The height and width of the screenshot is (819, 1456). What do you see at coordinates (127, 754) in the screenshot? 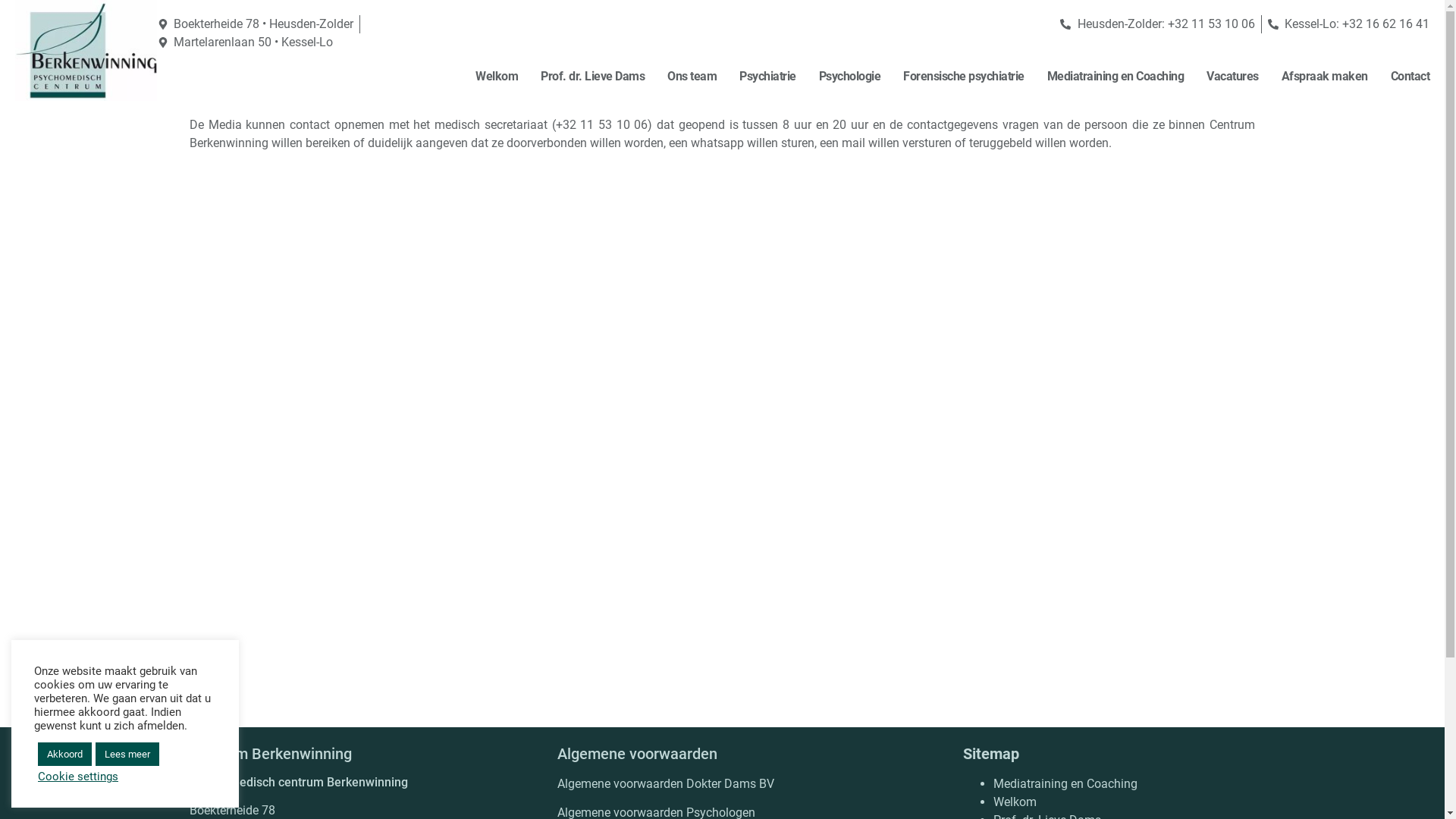
I see `'Lees meer'` at bounding box center [127, 754].